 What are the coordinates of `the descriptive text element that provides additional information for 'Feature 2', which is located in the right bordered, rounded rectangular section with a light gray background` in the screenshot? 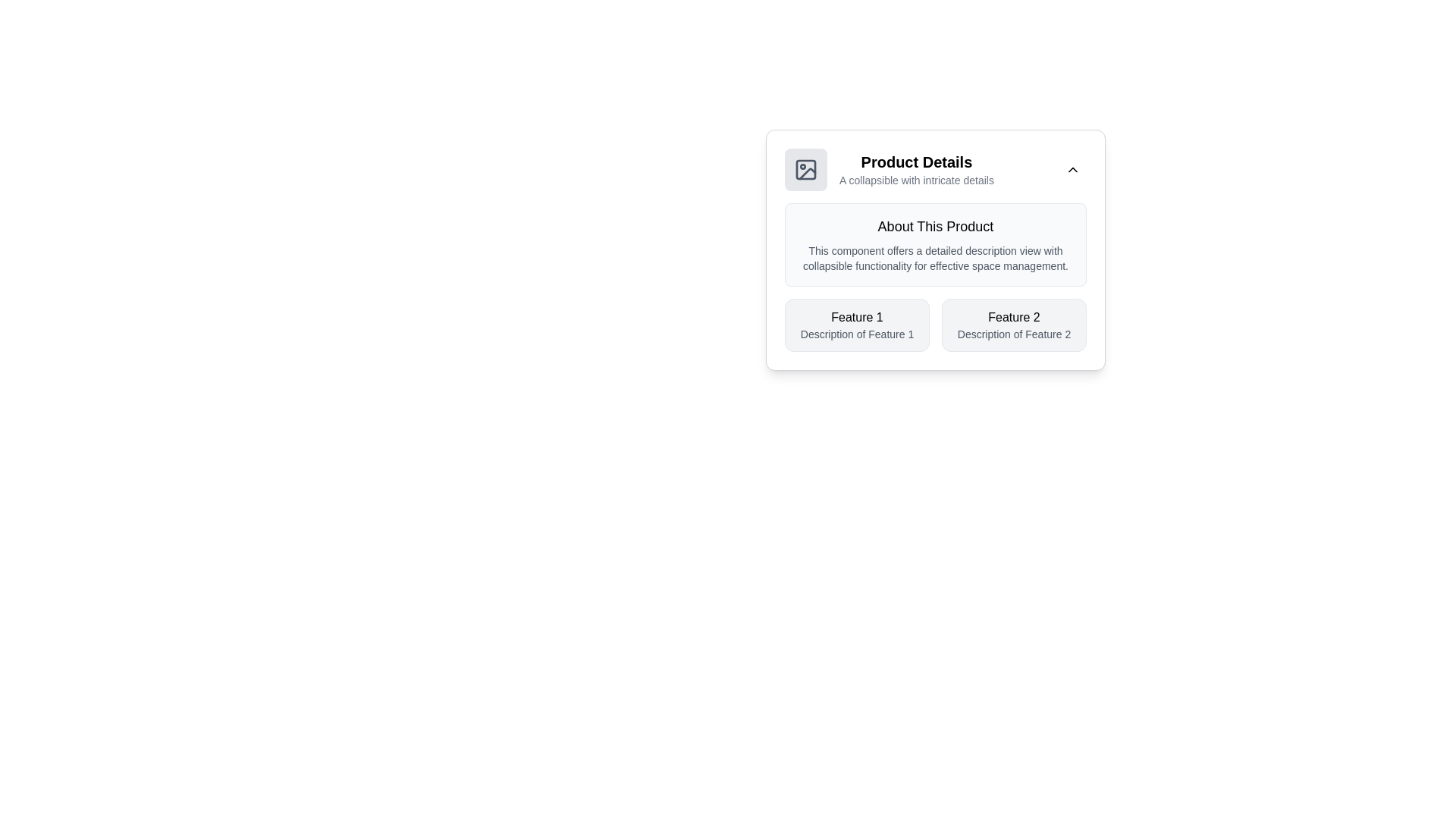 It's located at (1014, 333).